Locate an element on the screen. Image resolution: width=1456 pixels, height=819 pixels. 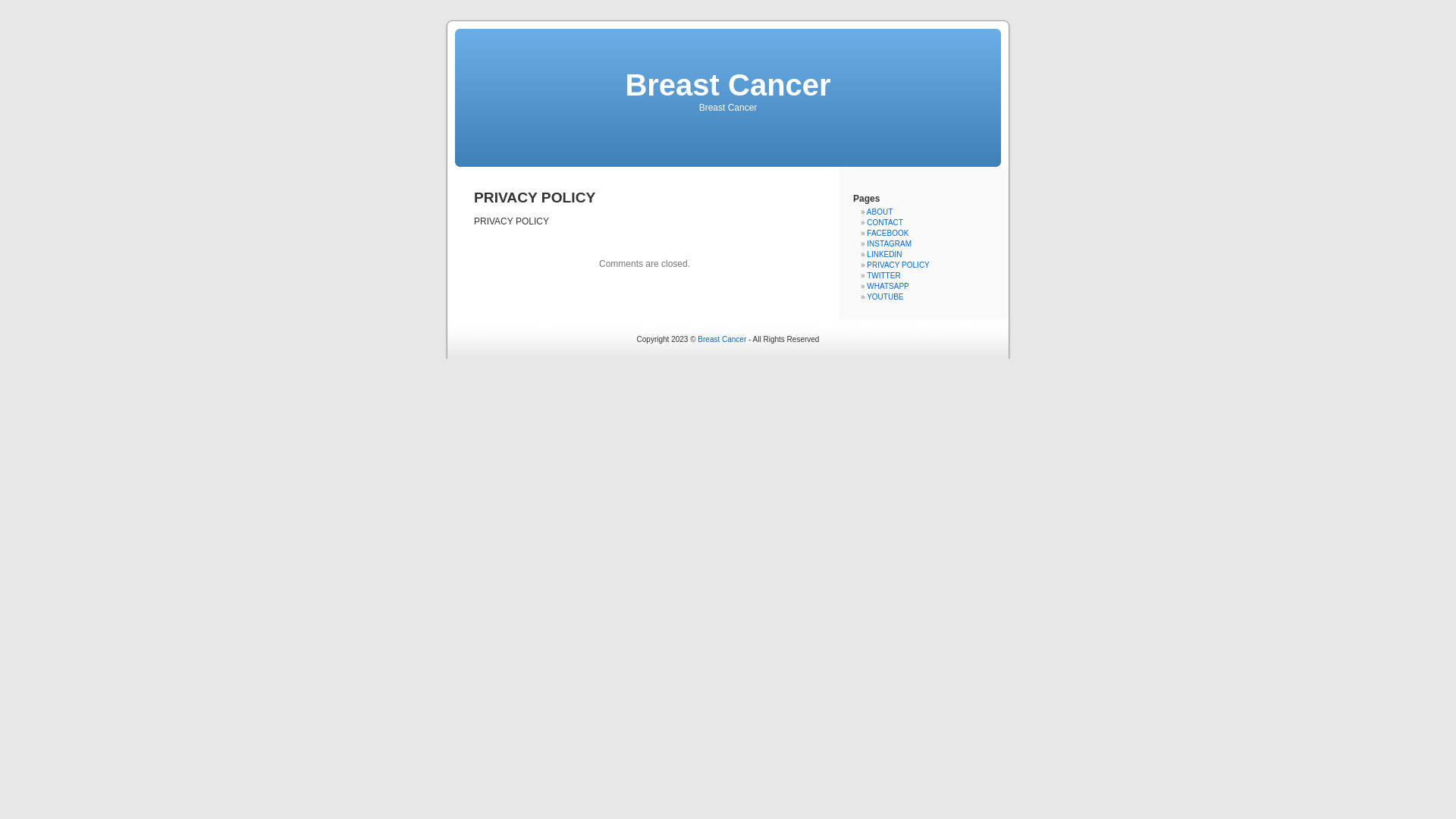
'ABOUT' is located at coordinates (880, 212).